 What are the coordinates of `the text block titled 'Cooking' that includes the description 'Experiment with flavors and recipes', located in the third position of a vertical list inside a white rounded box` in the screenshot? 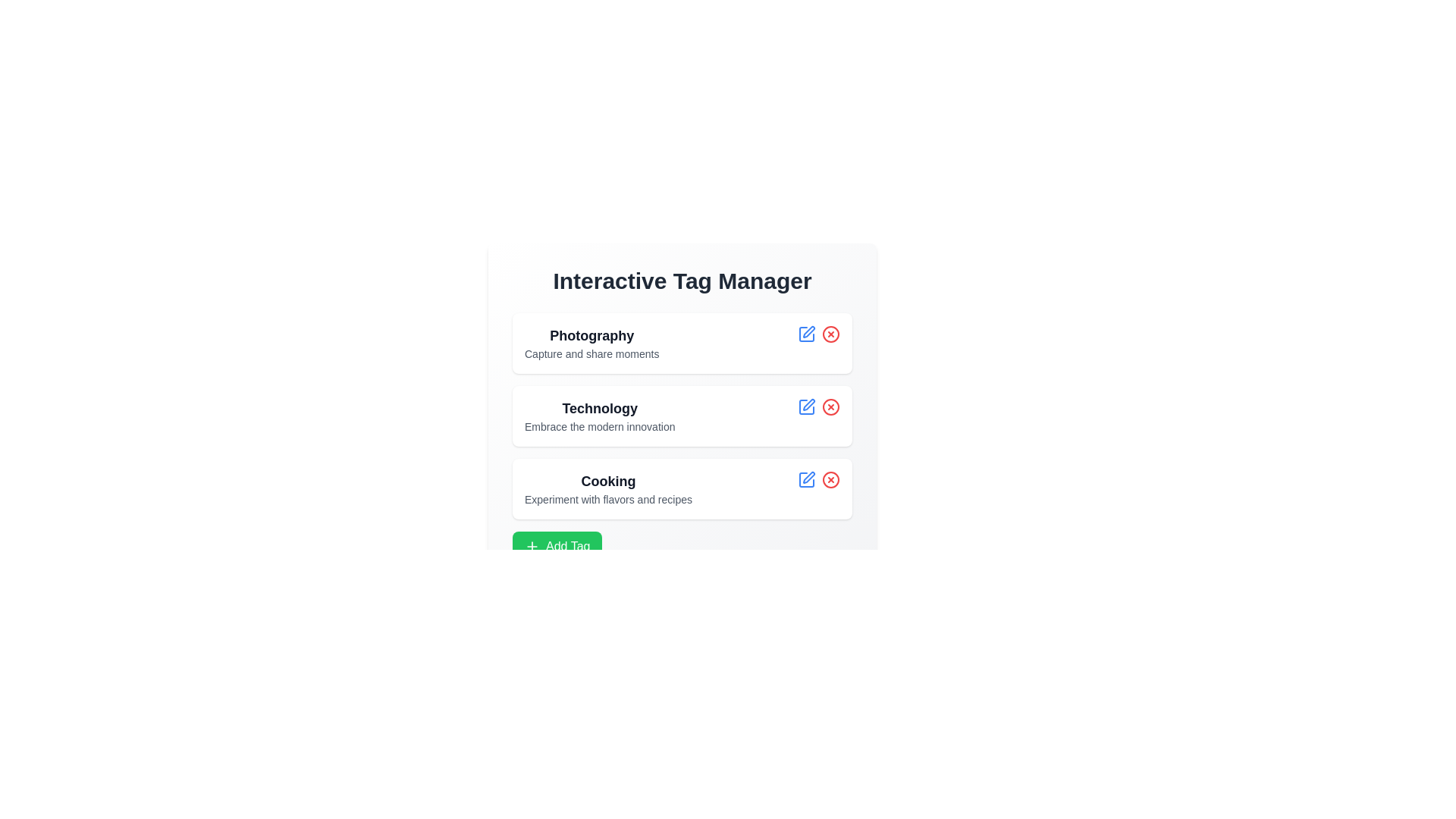 It's located at (608, 488).